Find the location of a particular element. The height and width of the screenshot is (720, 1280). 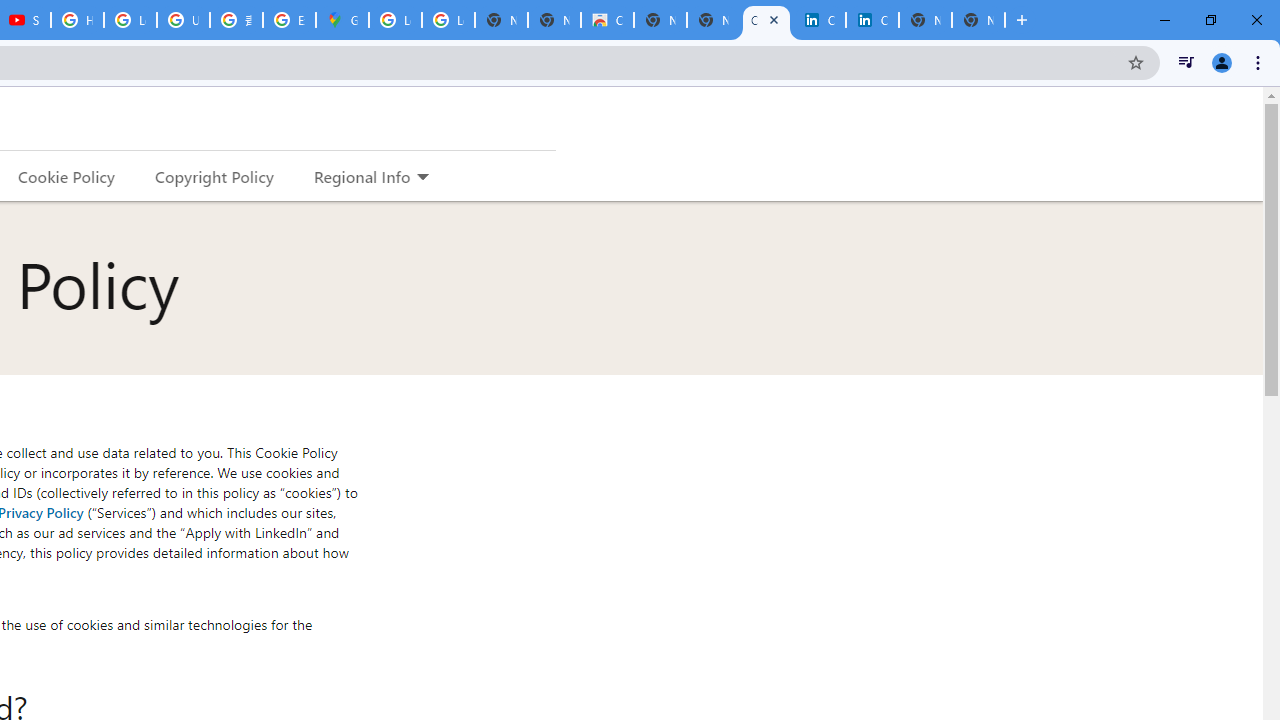

'Regional Info' is located at coordinates (362, 175).